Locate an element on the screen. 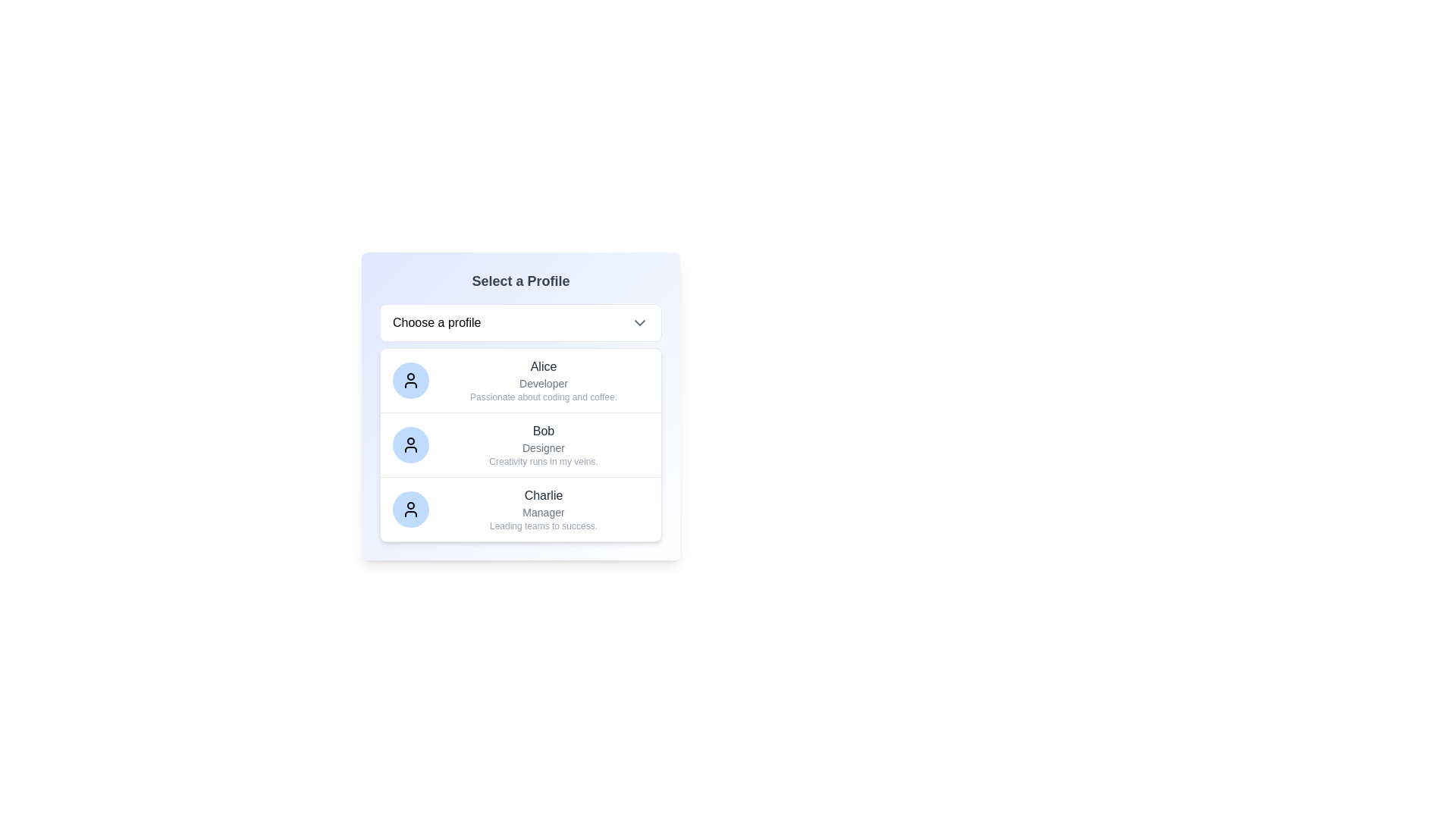 The image size is (1456, 819). the text label that contains 'Leading teams to success.' styled in a small, gray, and slightly faded font, located within the profile card for 'Charlie' below the title 'Manager.' is located at coordinates (543, 526).